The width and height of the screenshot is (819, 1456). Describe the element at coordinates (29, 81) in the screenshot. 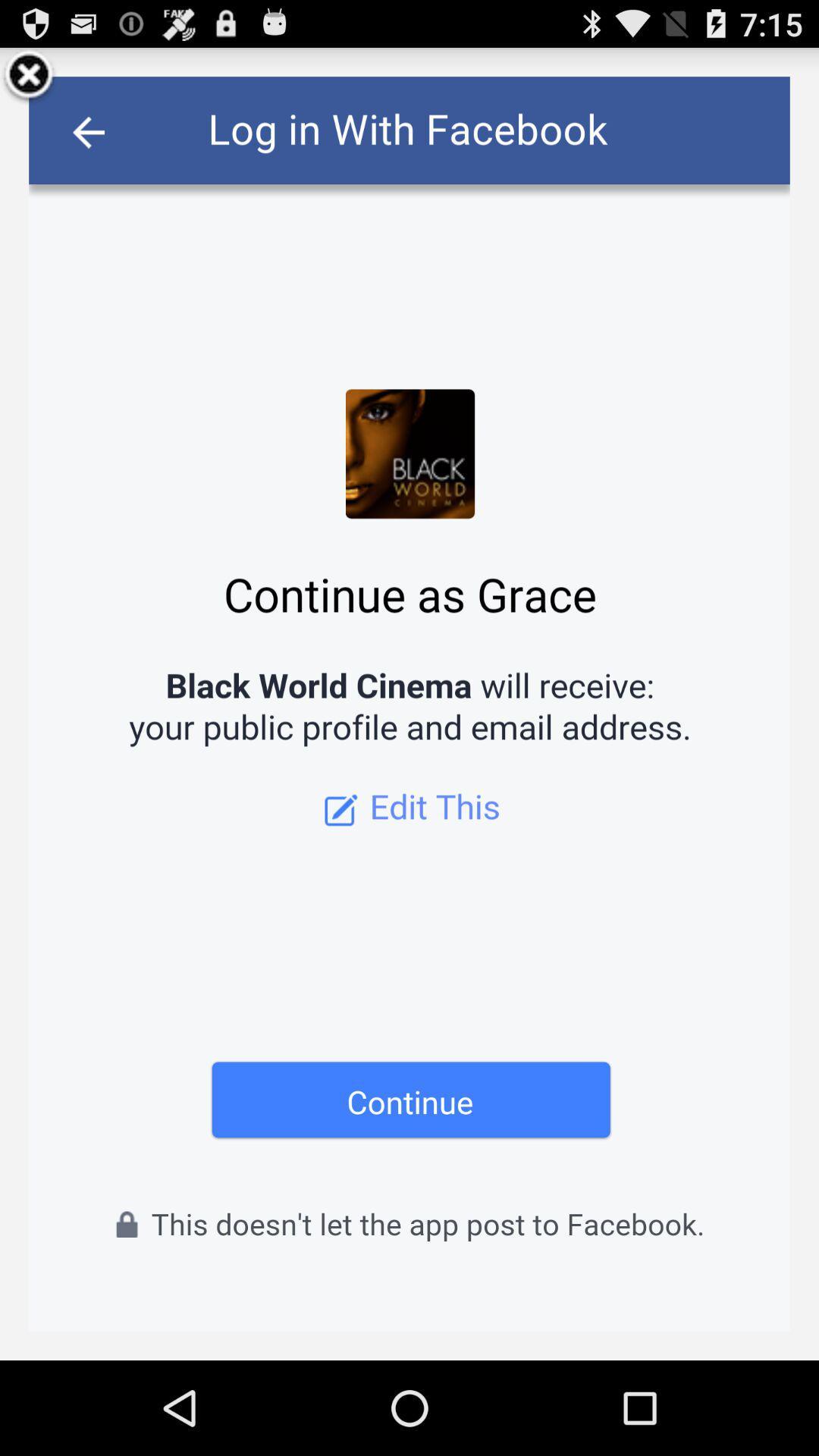

I see `the close icon` at that location.